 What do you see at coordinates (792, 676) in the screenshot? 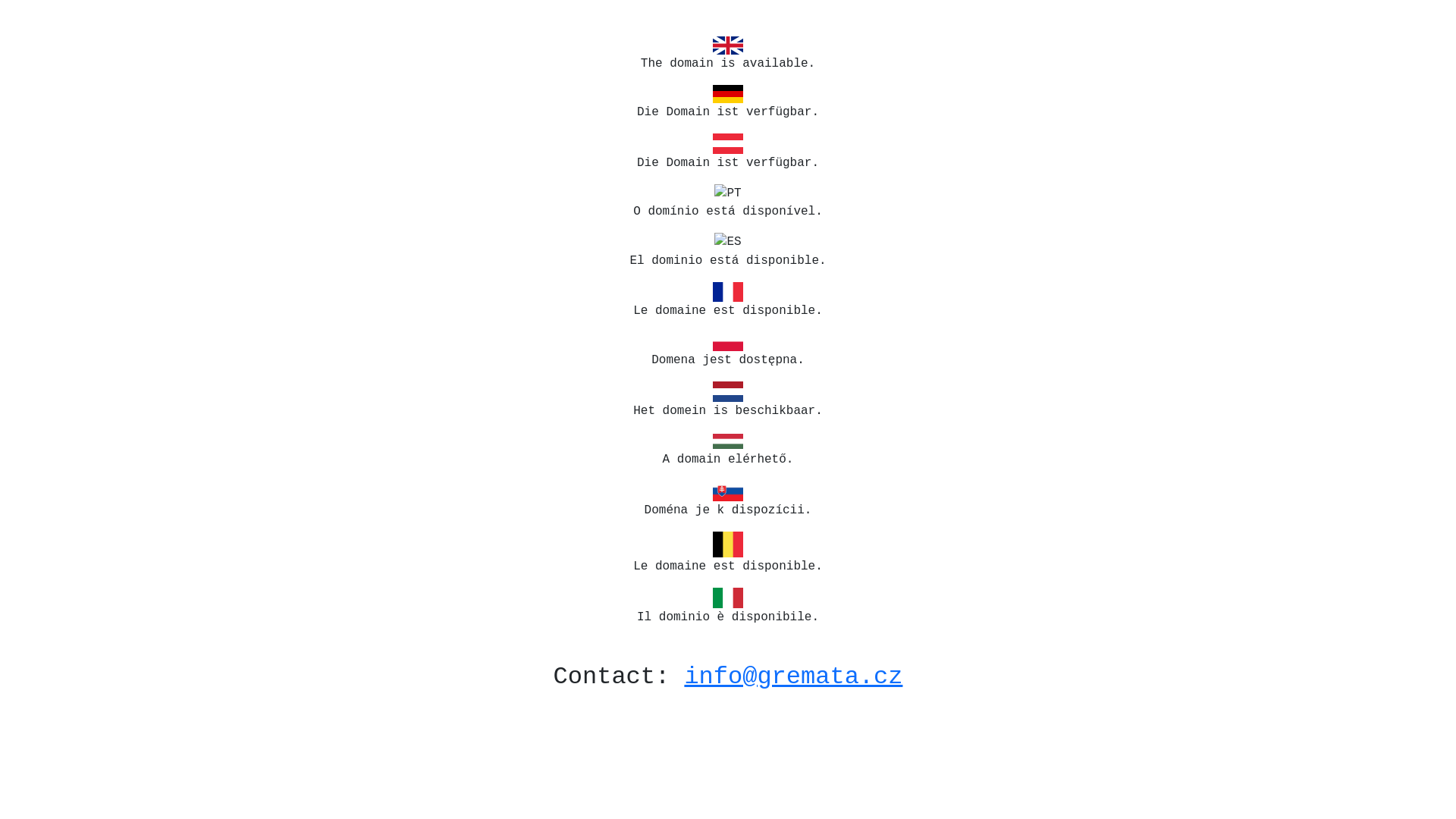
I see `'info@gremata.cz'` at bounding box center [792, 676].